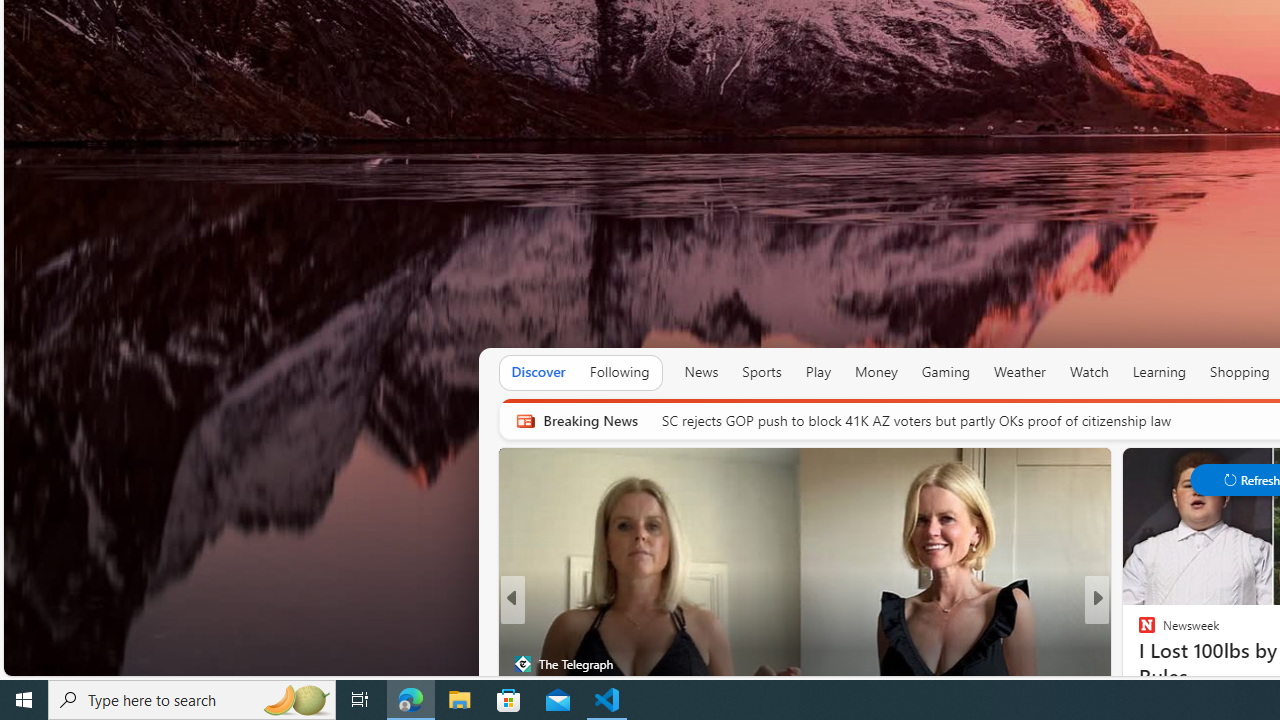 The height and width of the screenshot is (720, 1280). What do you see at coordinates (876, 371) in the screenshot?
I see `'Money'` at bounding box center [876, 371].